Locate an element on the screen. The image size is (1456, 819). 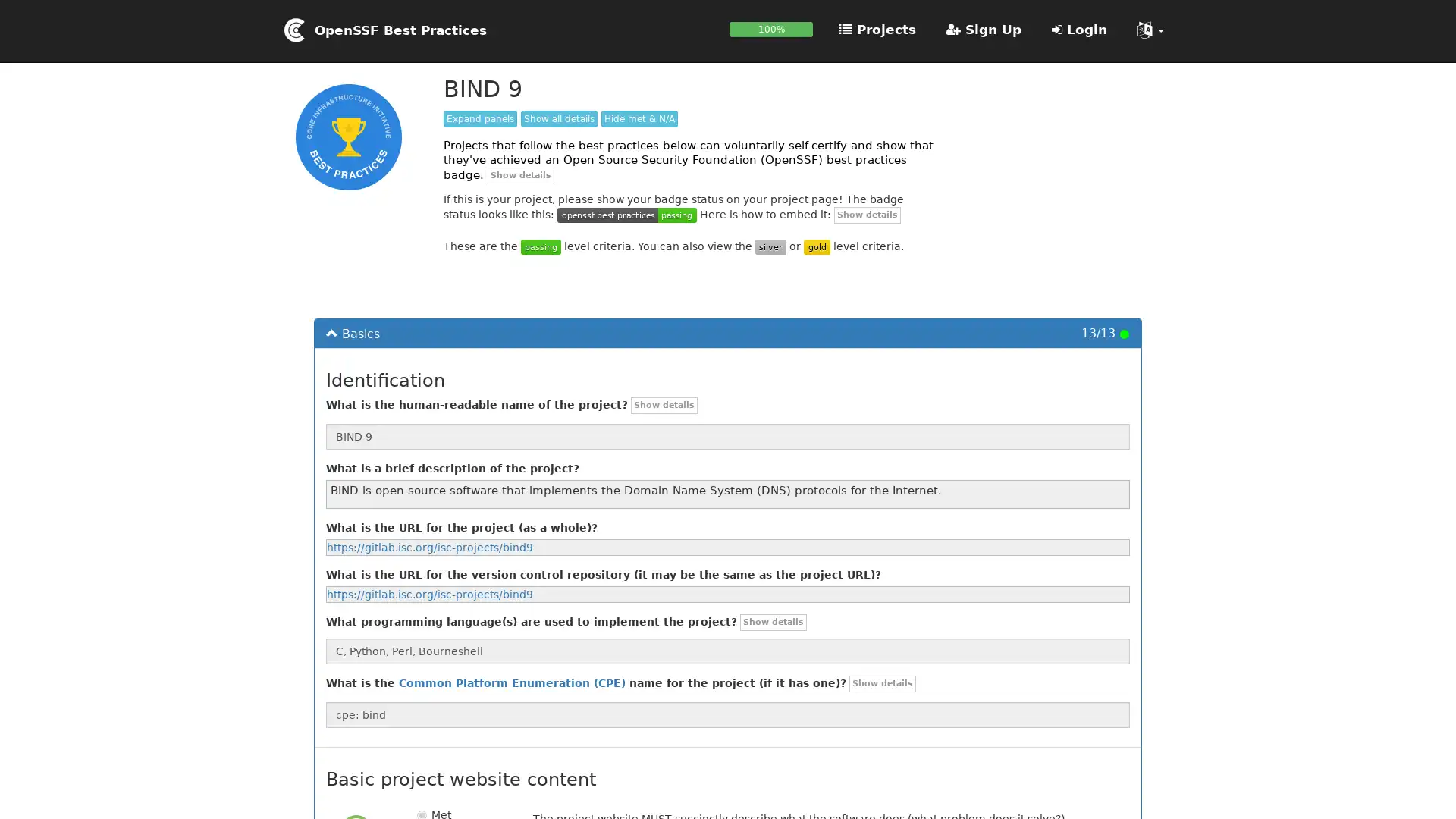
Show details is located at coordinates (882, 684).